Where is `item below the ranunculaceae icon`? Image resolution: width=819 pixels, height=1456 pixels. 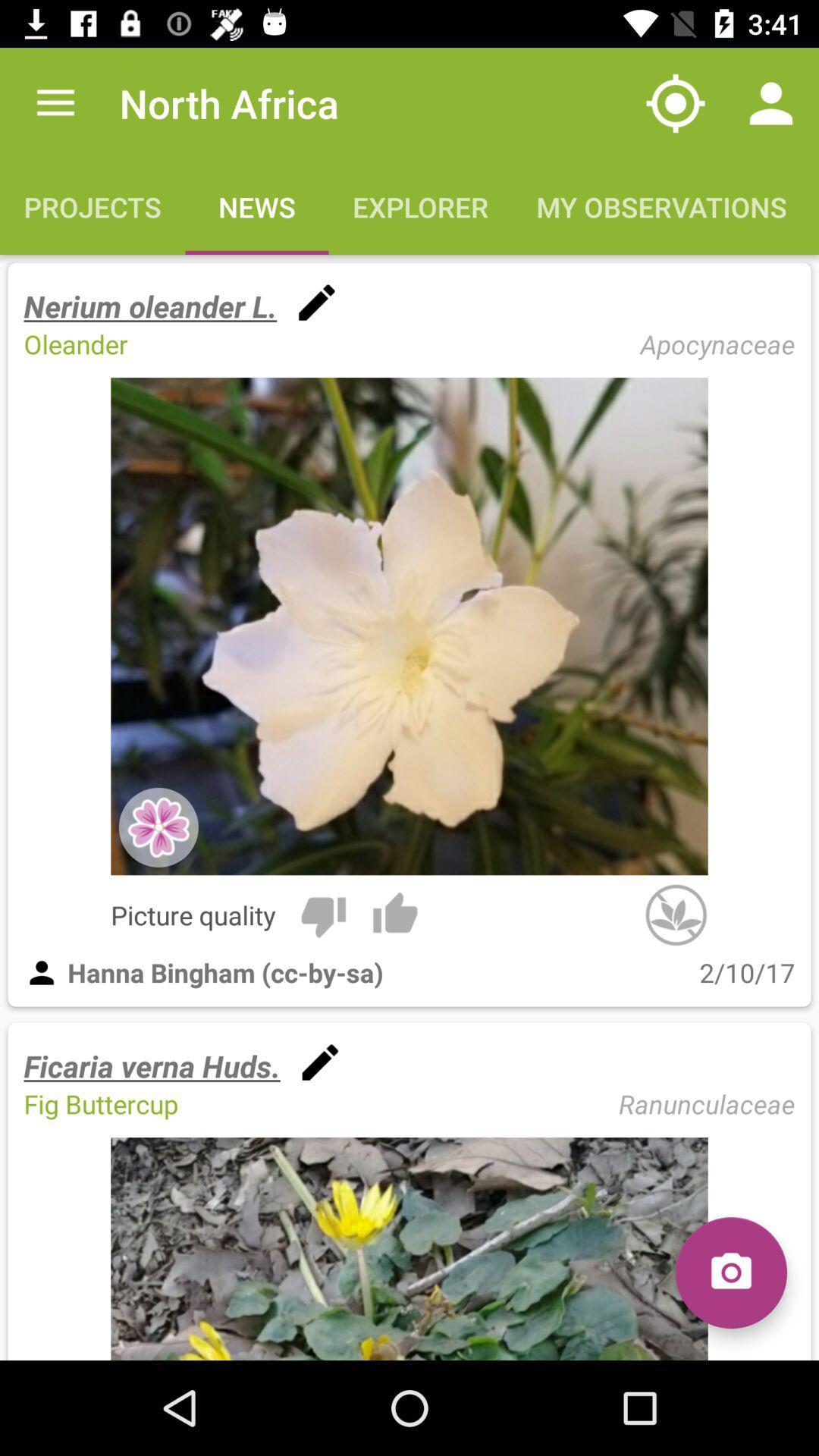 item below the ranunculaceae icon is located at coordinates (730, 1272).